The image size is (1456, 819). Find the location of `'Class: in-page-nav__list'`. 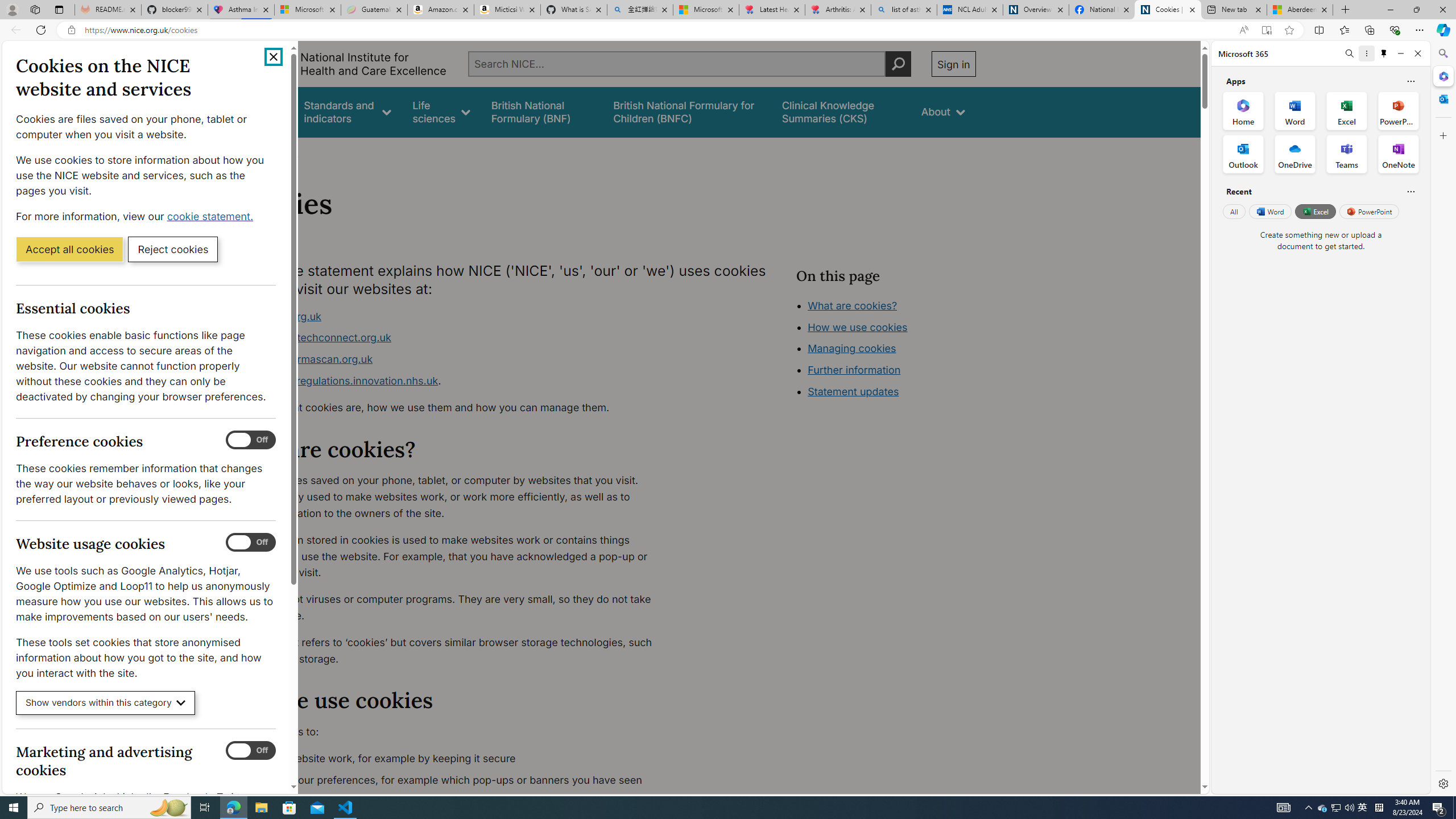

'Class: in-page-nav__list' is located at coordinates (885, 349).